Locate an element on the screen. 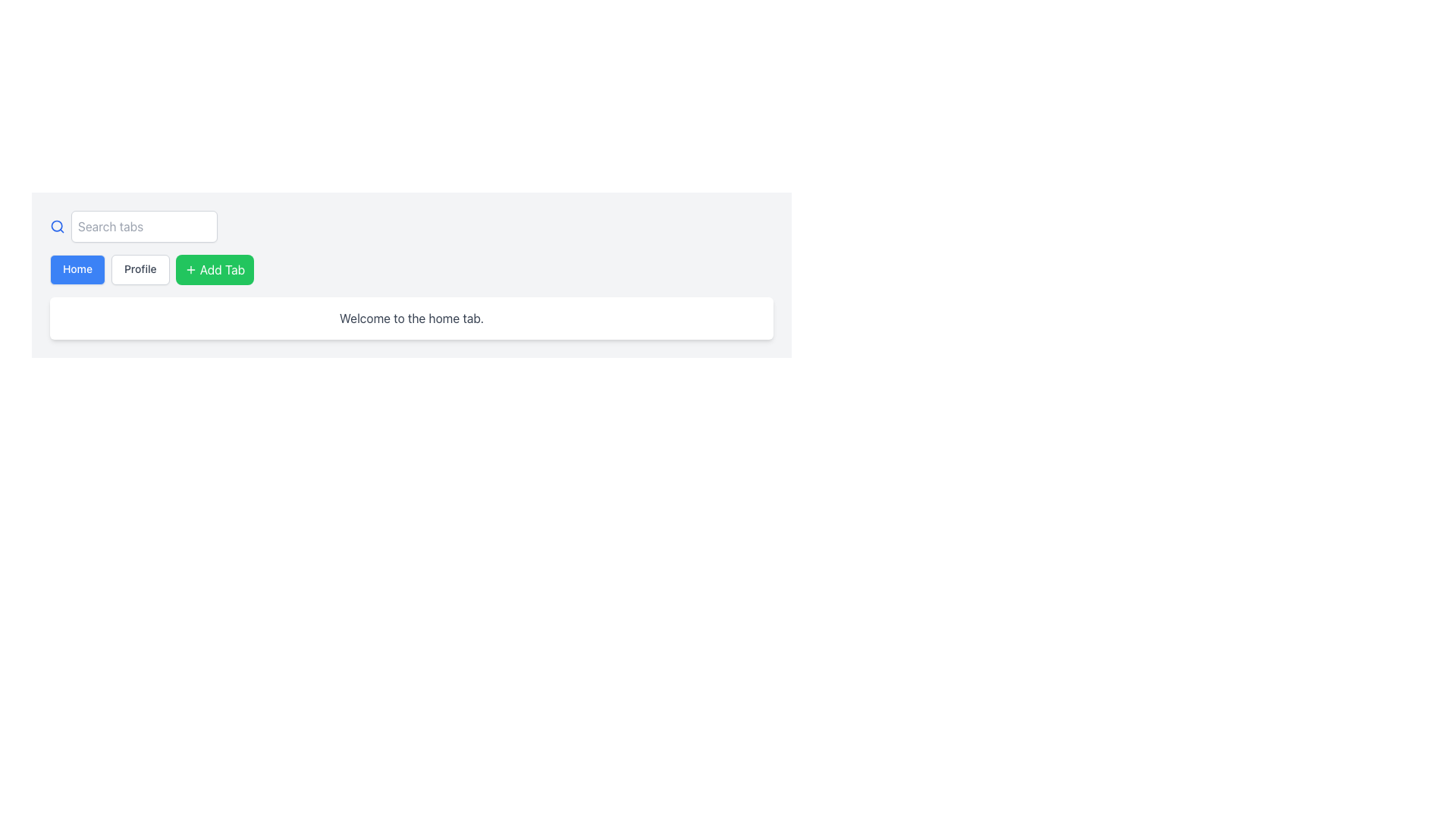 The image size is (1456, 819). the Text Display Area, which is a rectangular area with a white background and rounded corners containing the text 'Welcome to the home tab.' is located at coordinates (411, 318).